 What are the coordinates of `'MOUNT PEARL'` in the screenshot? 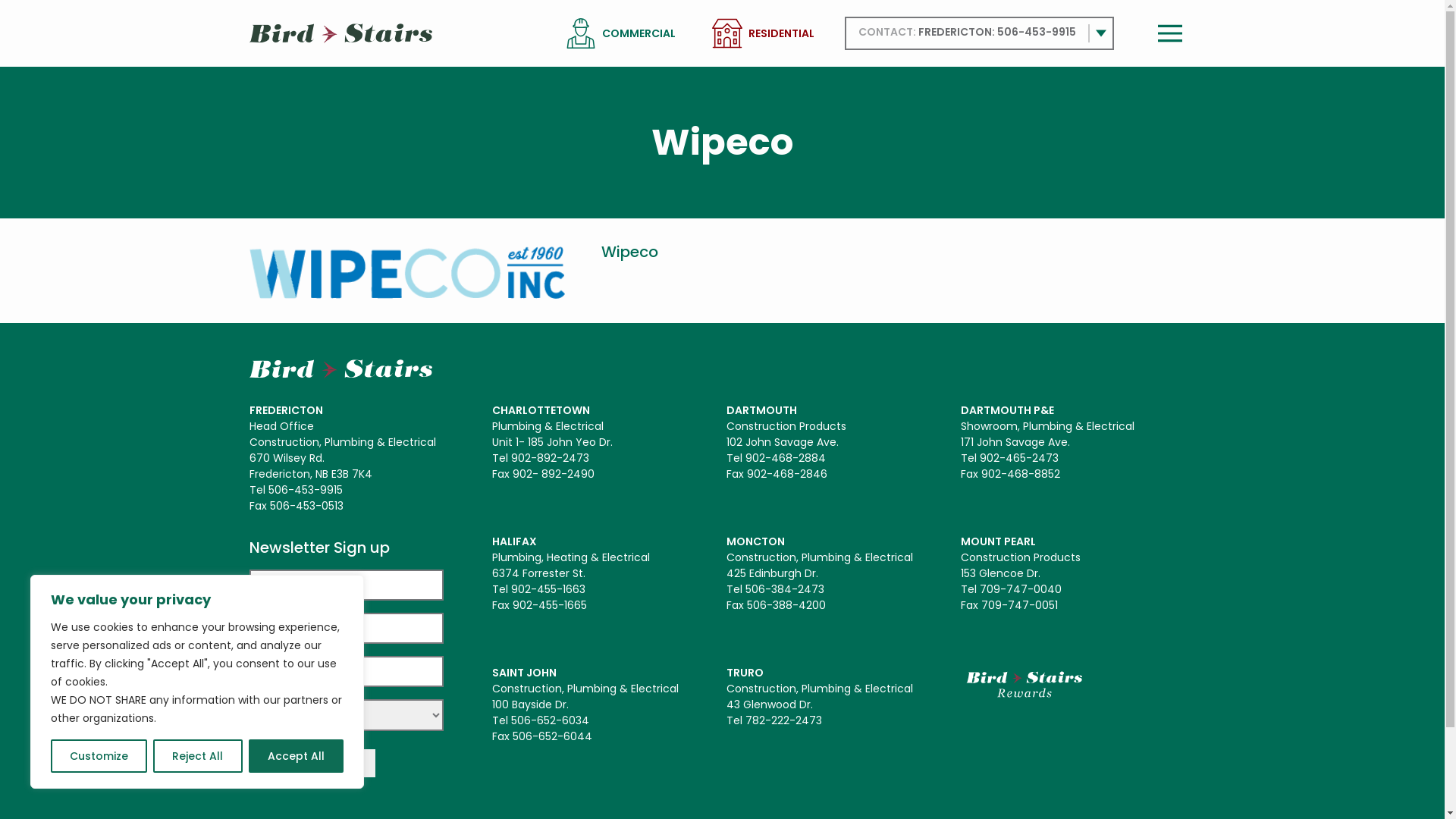 It's located at (998, 540).